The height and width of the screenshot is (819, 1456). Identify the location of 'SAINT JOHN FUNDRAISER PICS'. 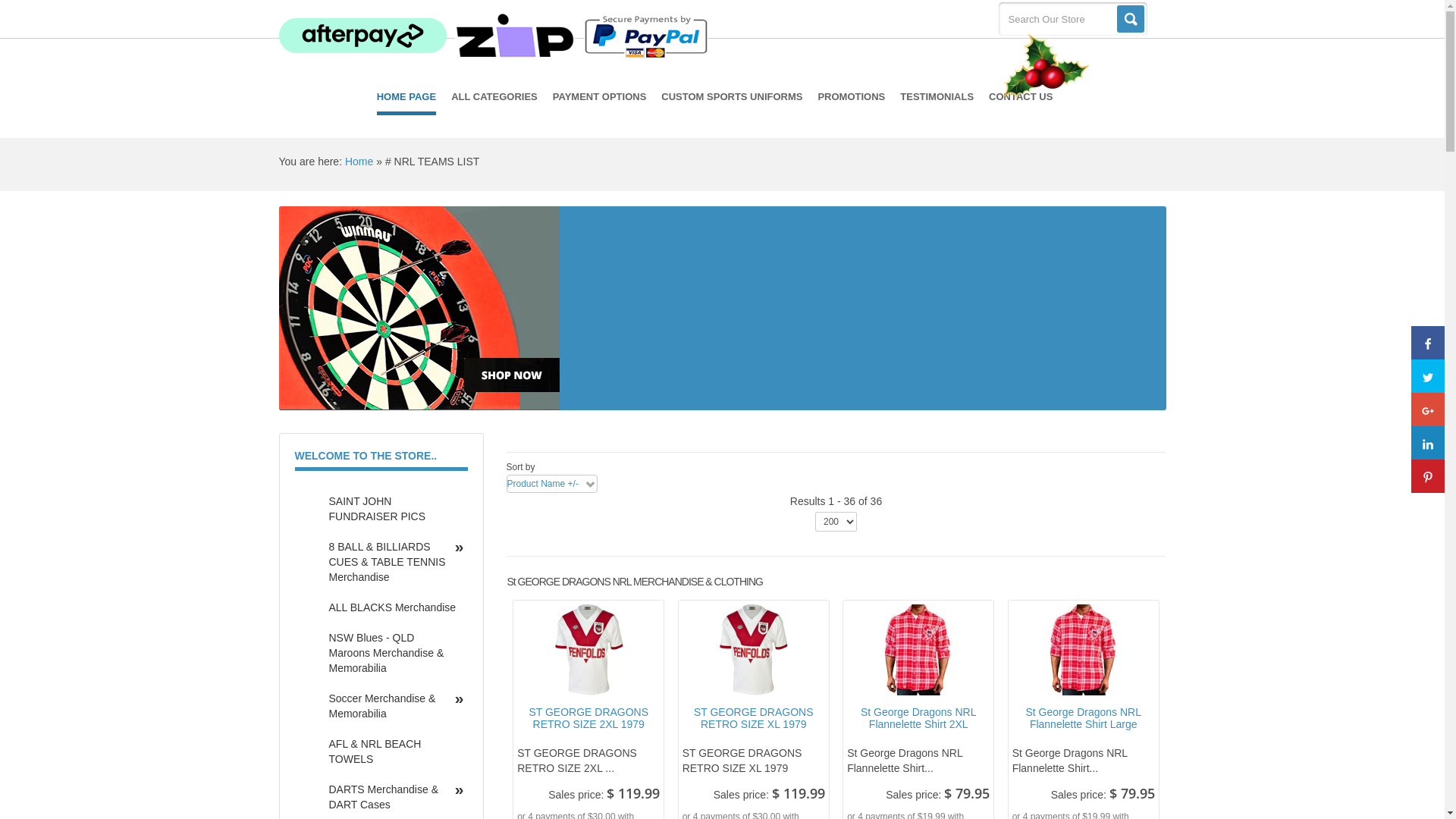
(392, 509).